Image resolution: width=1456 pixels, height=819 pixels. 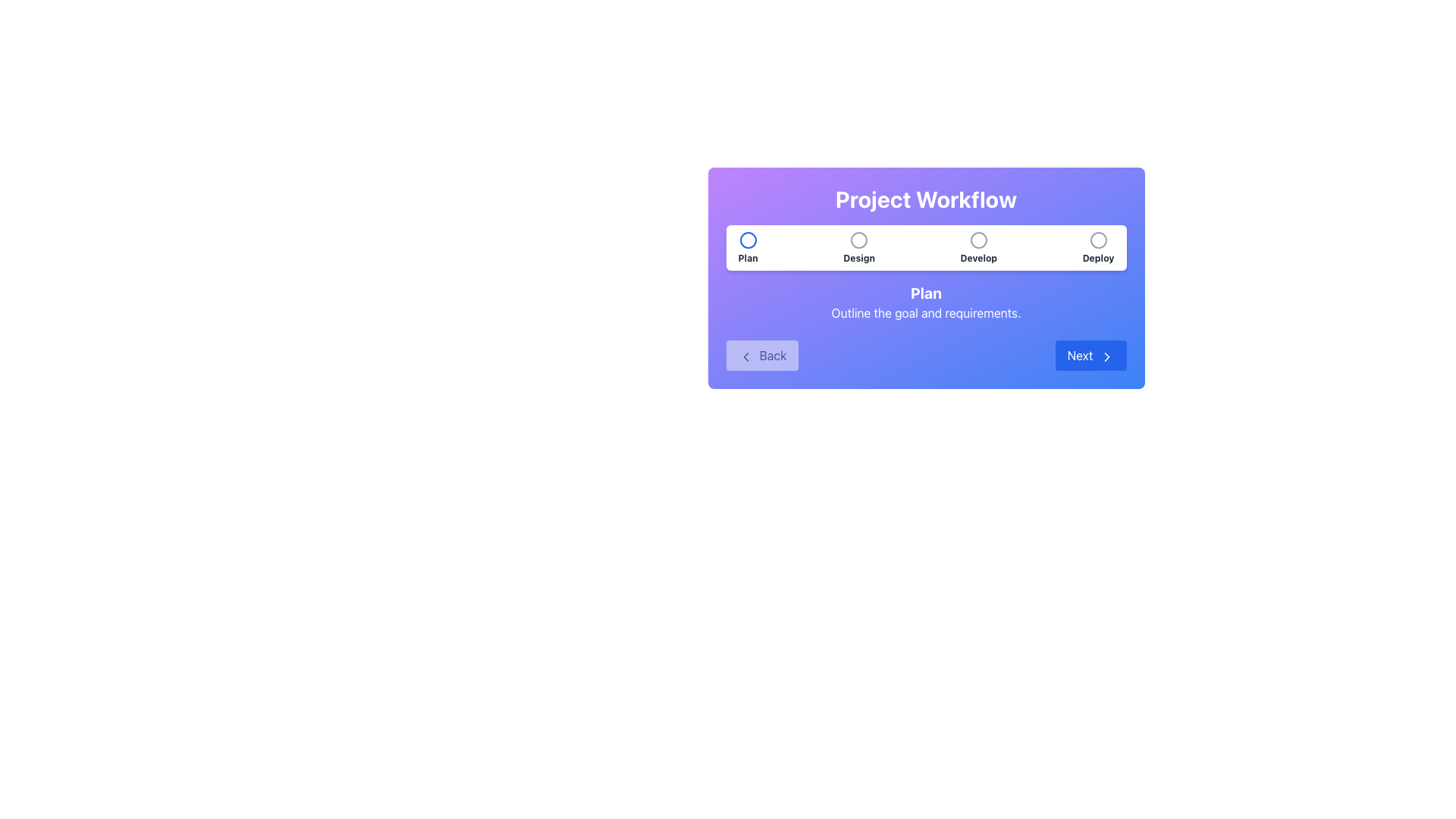 What do you see at coordinates (925, 302) in the screenshot?
I see `text in the description block located below the step navigation component in the 'Project Workflow' card` at bounding box center [925, 302].